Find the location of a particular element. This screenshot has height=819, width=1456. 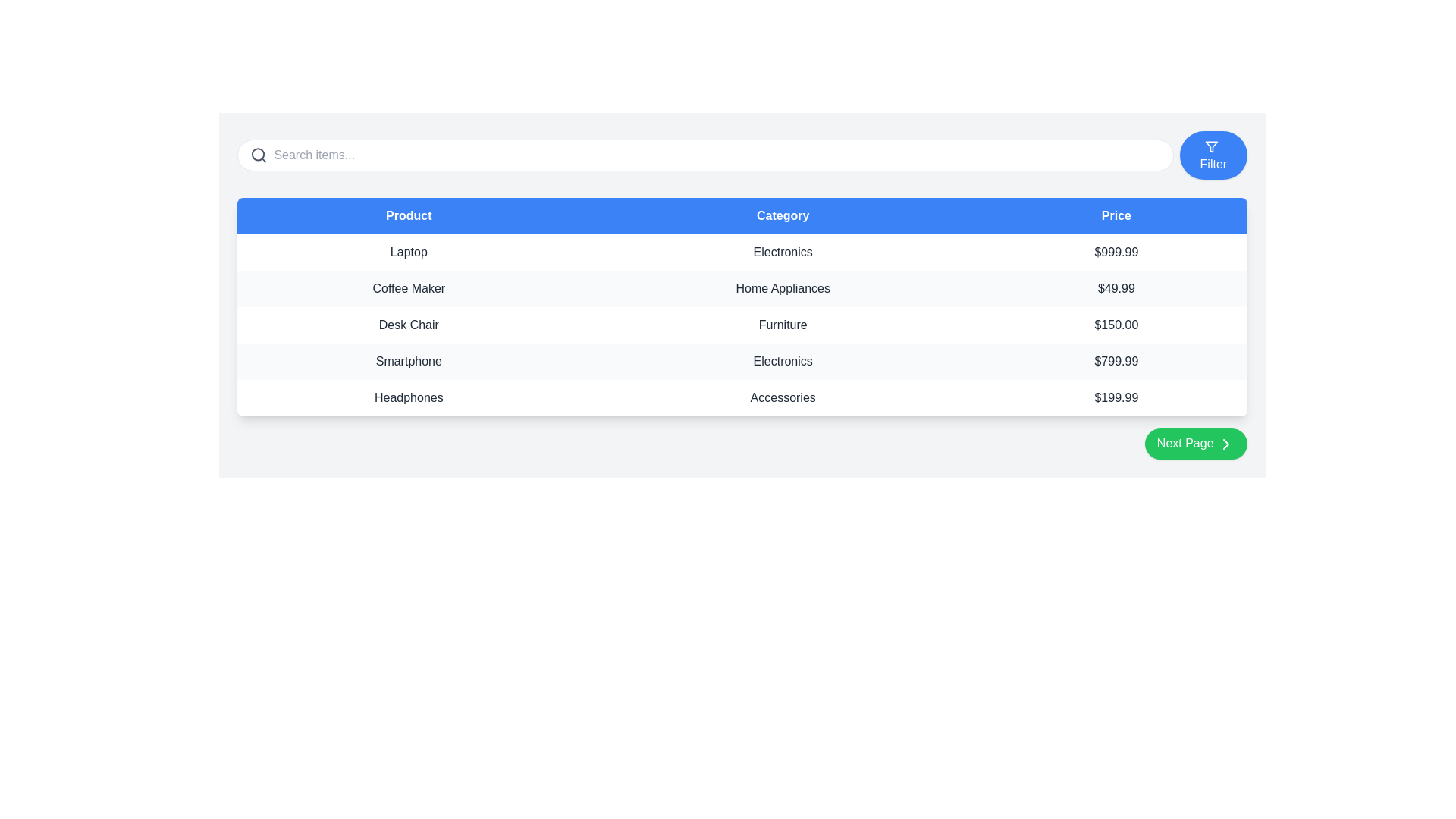

the fifth row in the table displaying 'Headphones', 'Accessories', and '$199.99', which is highlighted due to hovering is located at coordinates (742, 397).